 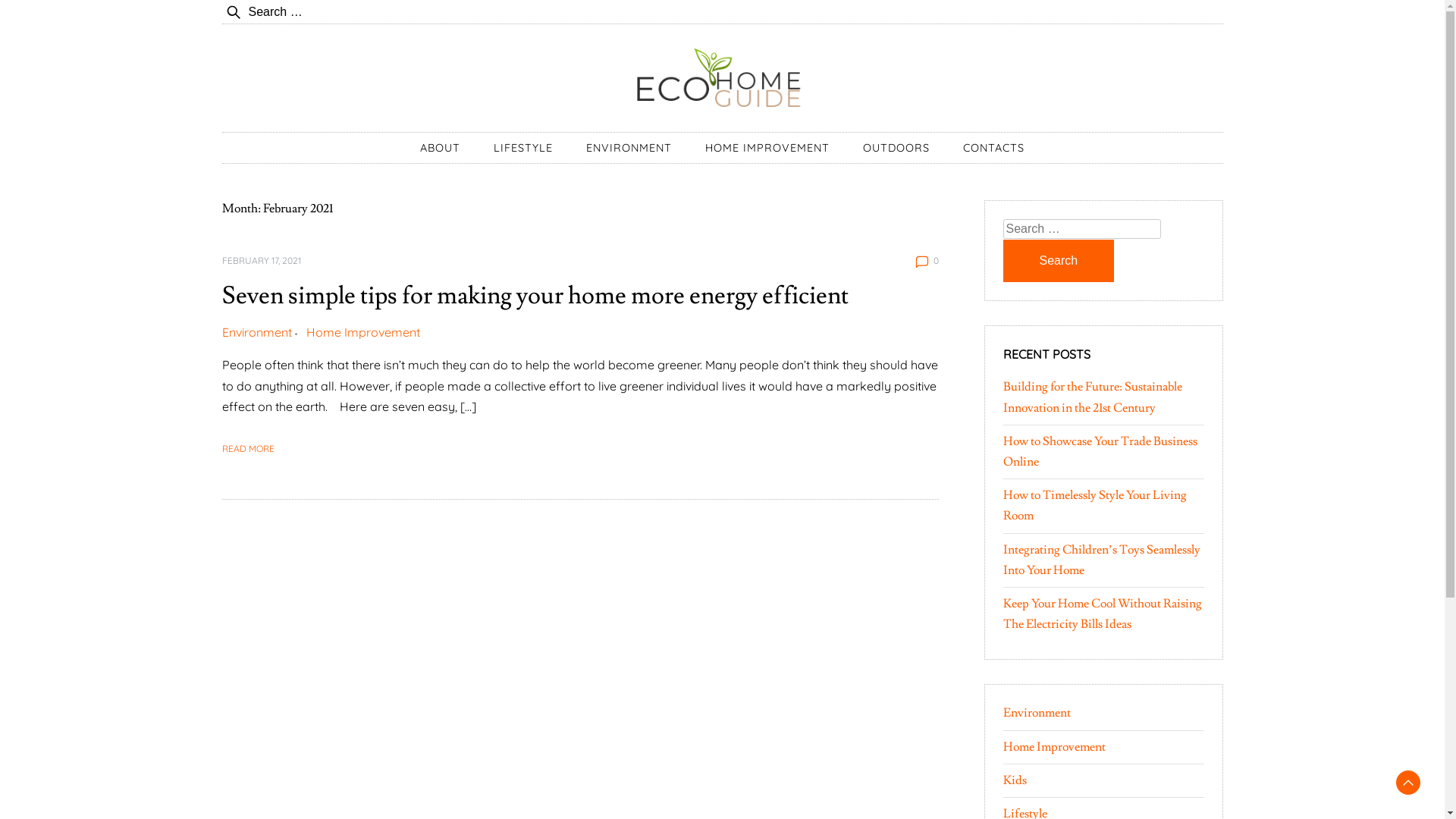 What do you see at coordinates (1094, 505) in the screenshot?
I see `'How to Timelessly Style Your Living Room'` at bounding box center [1094, 505].